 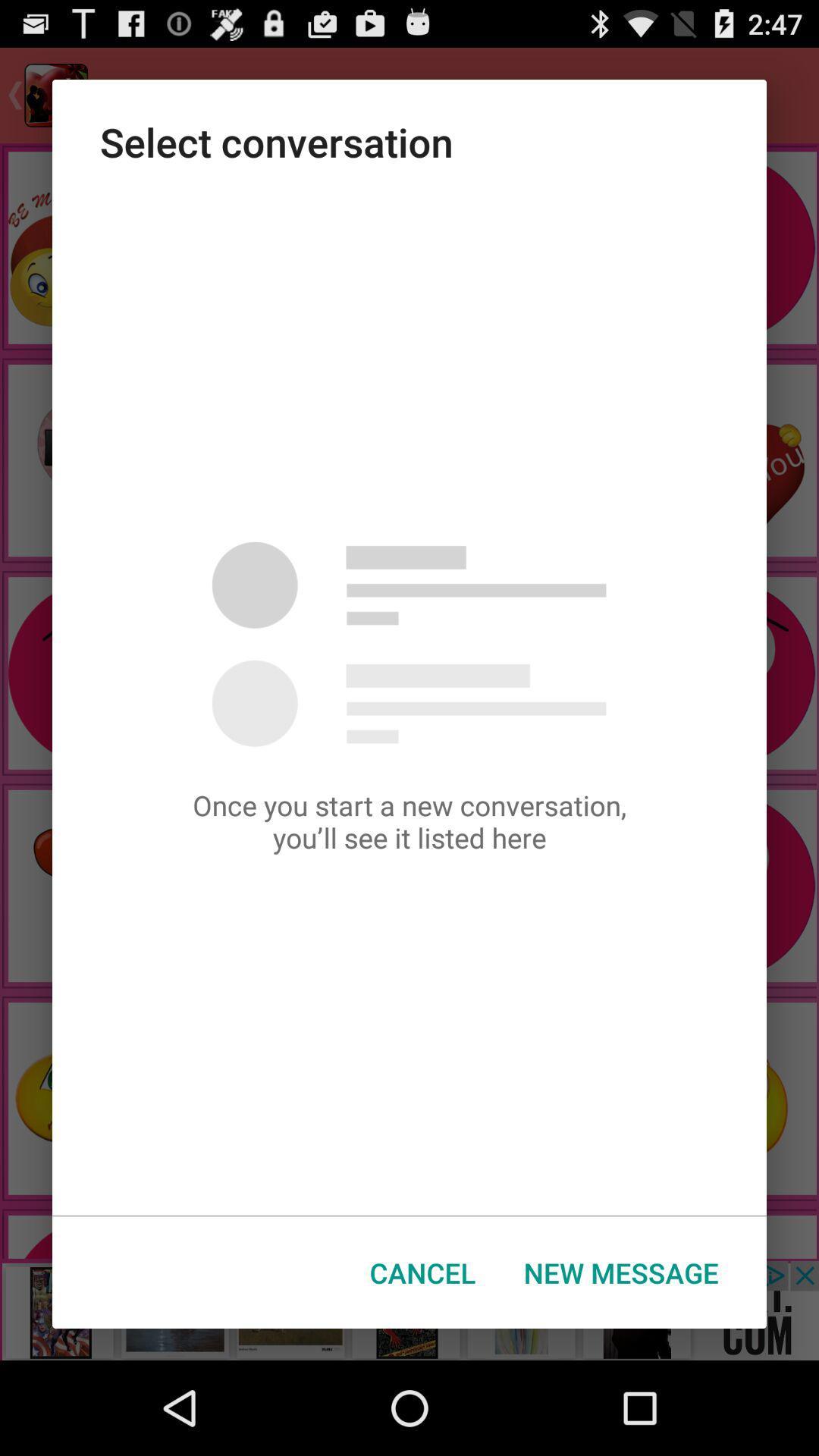 What do you see at coordinates (621, 1272) in the screenshot?
I see `the item to the right of the cancel icon` at bounding box center [621, 1272].